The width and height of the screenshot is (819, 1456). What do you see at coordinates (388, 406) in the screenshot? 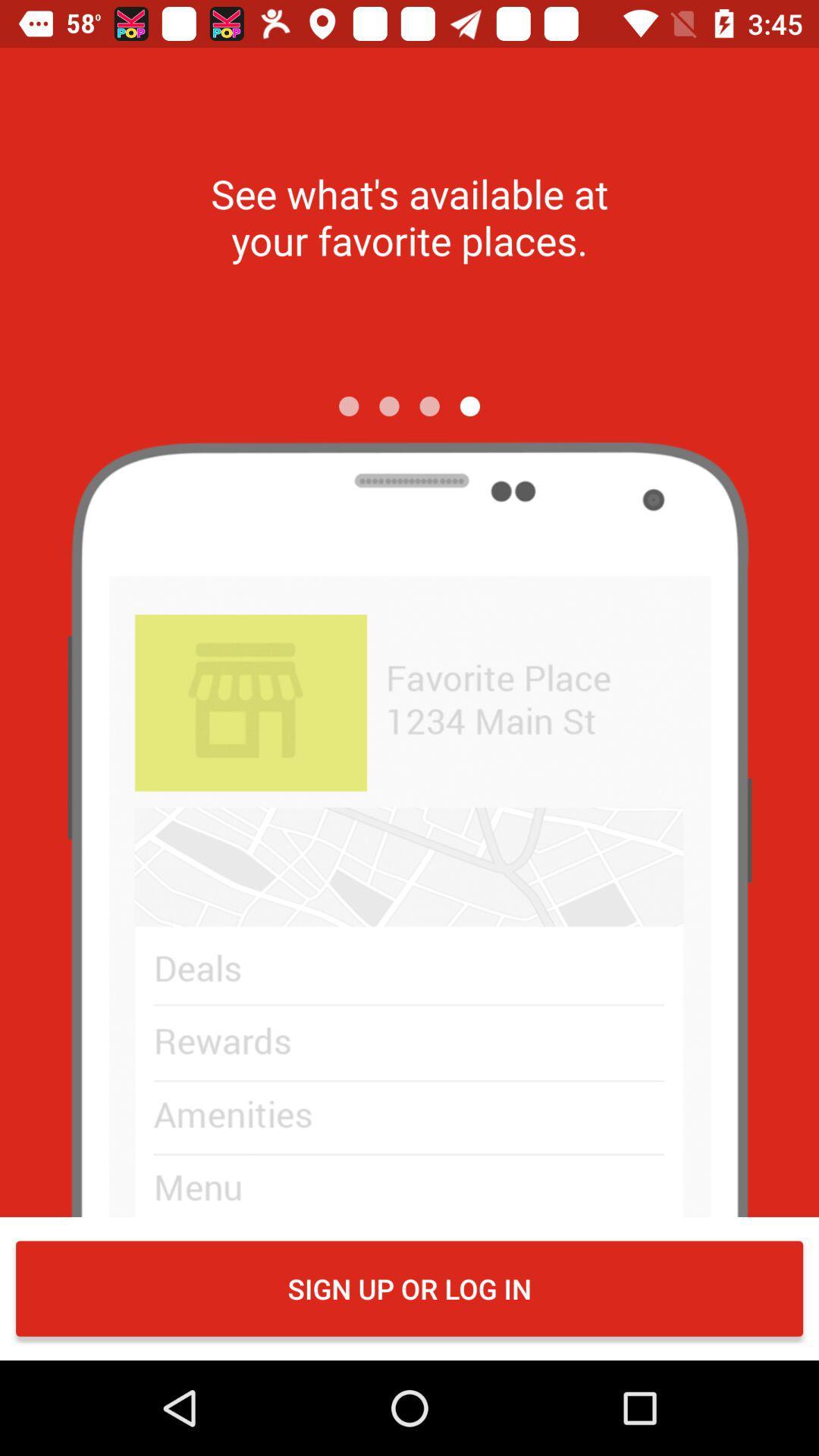
I see `the item below see what s item` at bounding box center [388, 406].